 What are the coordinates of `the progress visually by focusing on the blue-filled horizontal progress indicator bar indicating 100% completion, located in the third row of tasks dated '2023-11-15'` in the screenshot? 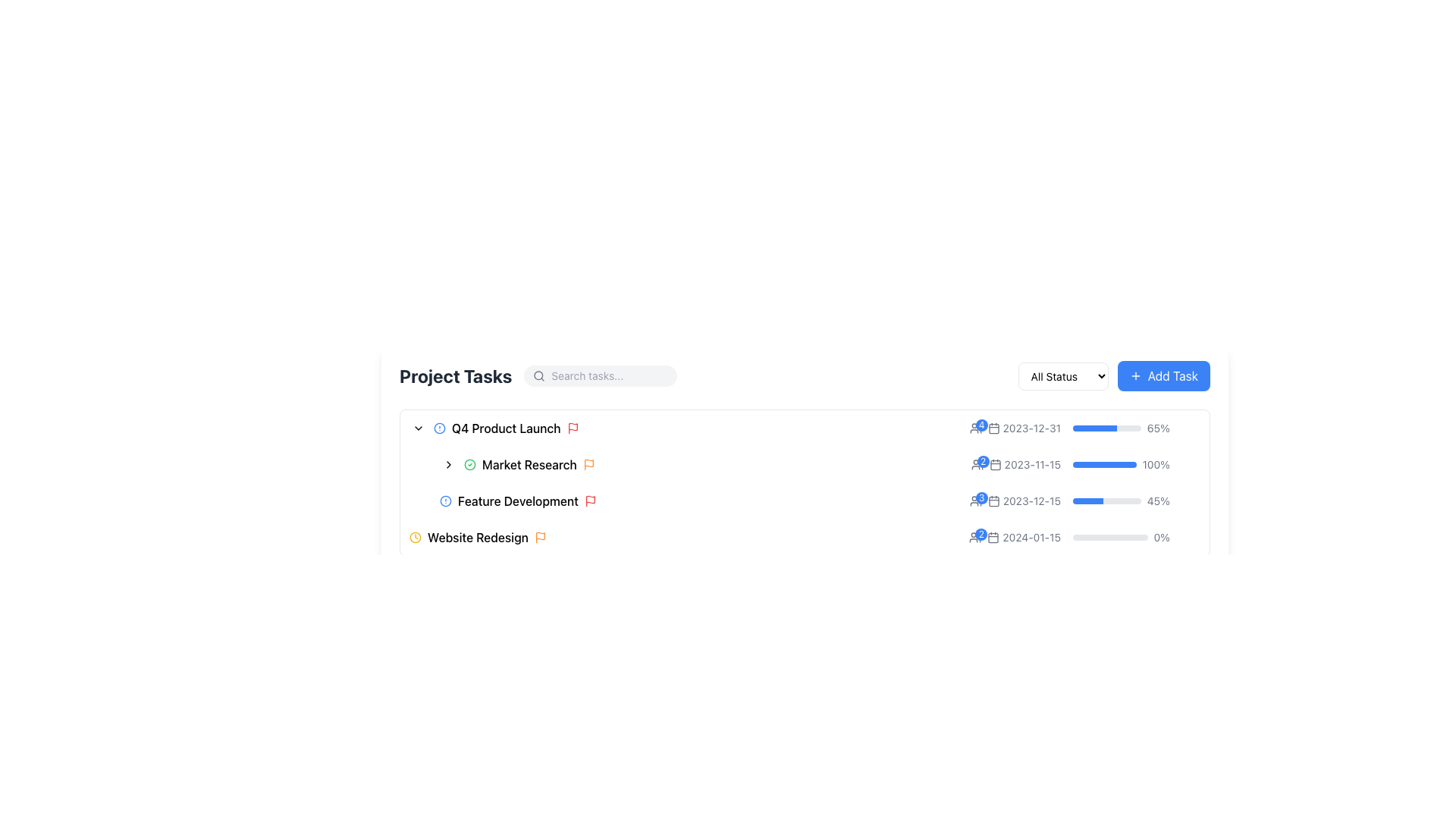 It's located at (1104, 464).